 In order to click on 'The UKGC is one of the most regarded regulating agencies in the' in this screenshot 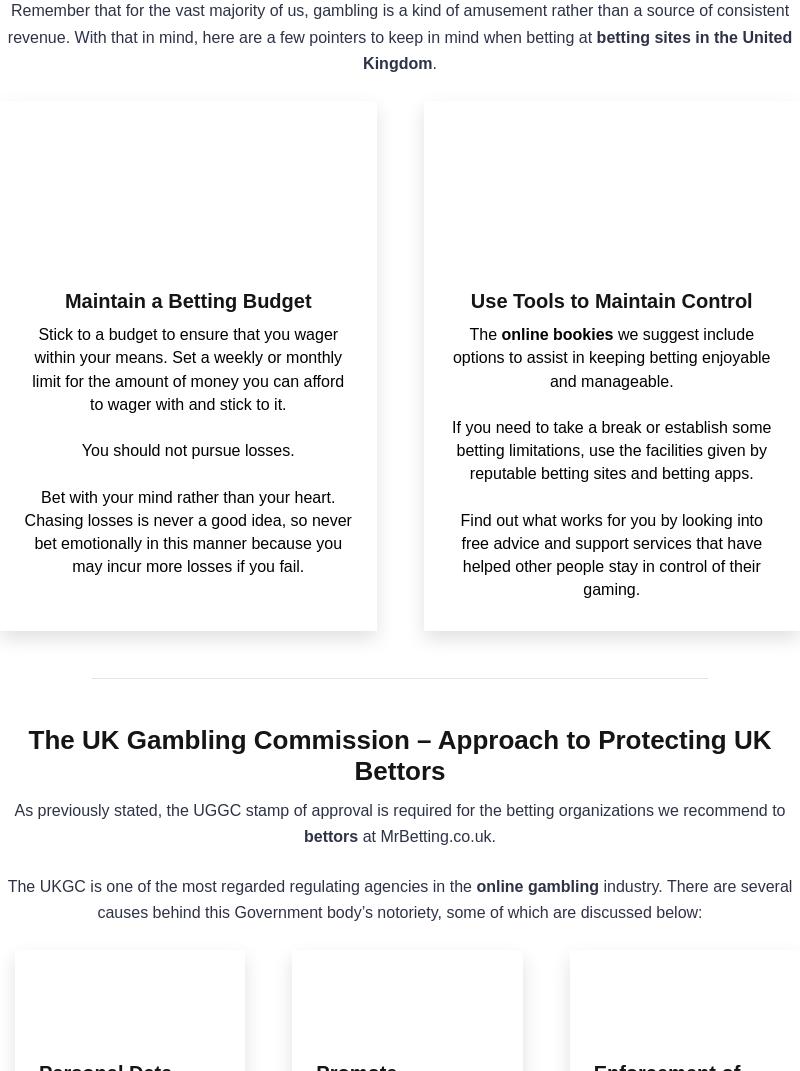, I will do `click(240, 885)`.